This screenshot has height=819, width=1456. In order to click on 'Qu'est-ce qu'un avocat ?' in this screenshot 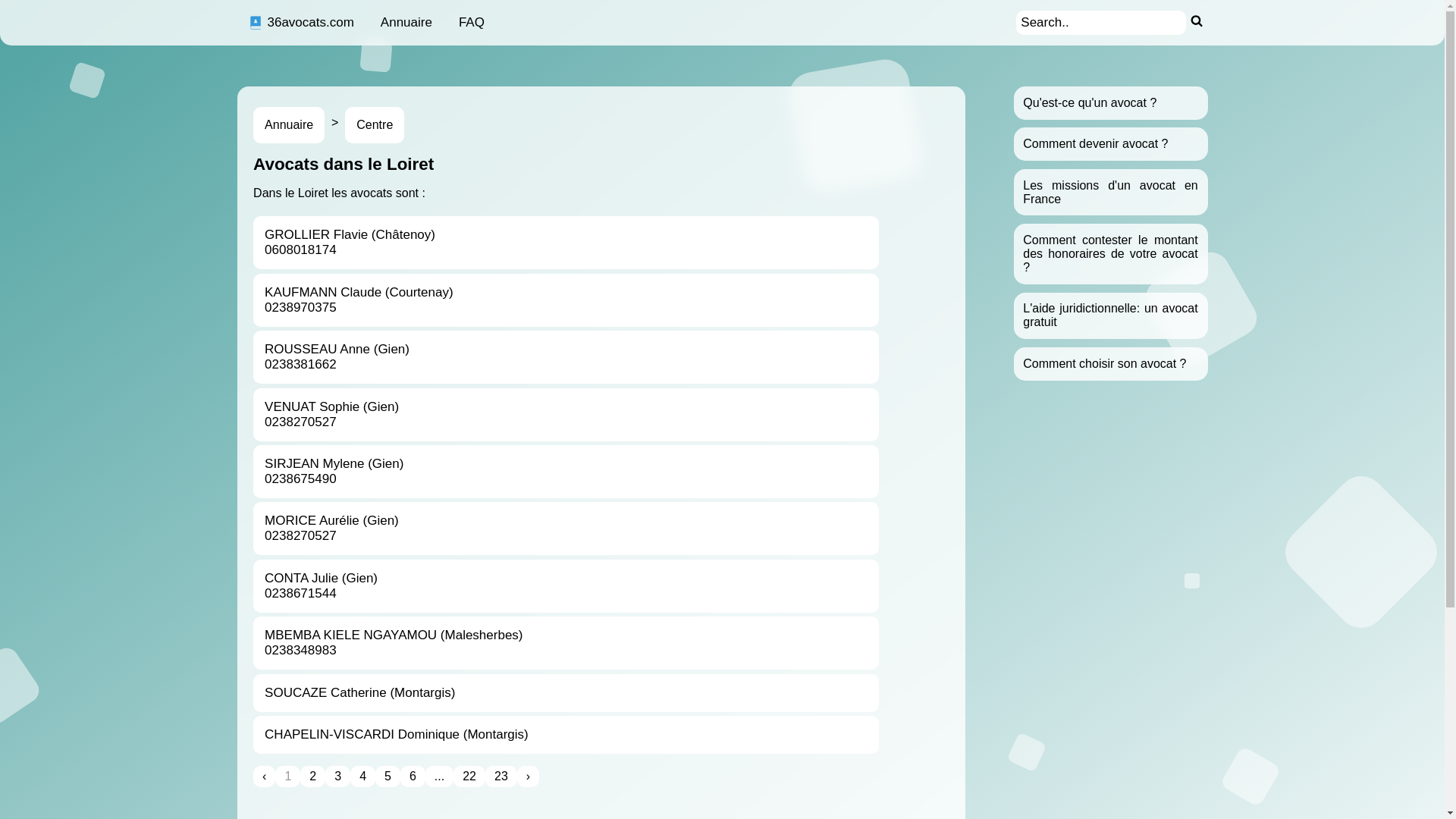, I will do `click(1088, 102)`.